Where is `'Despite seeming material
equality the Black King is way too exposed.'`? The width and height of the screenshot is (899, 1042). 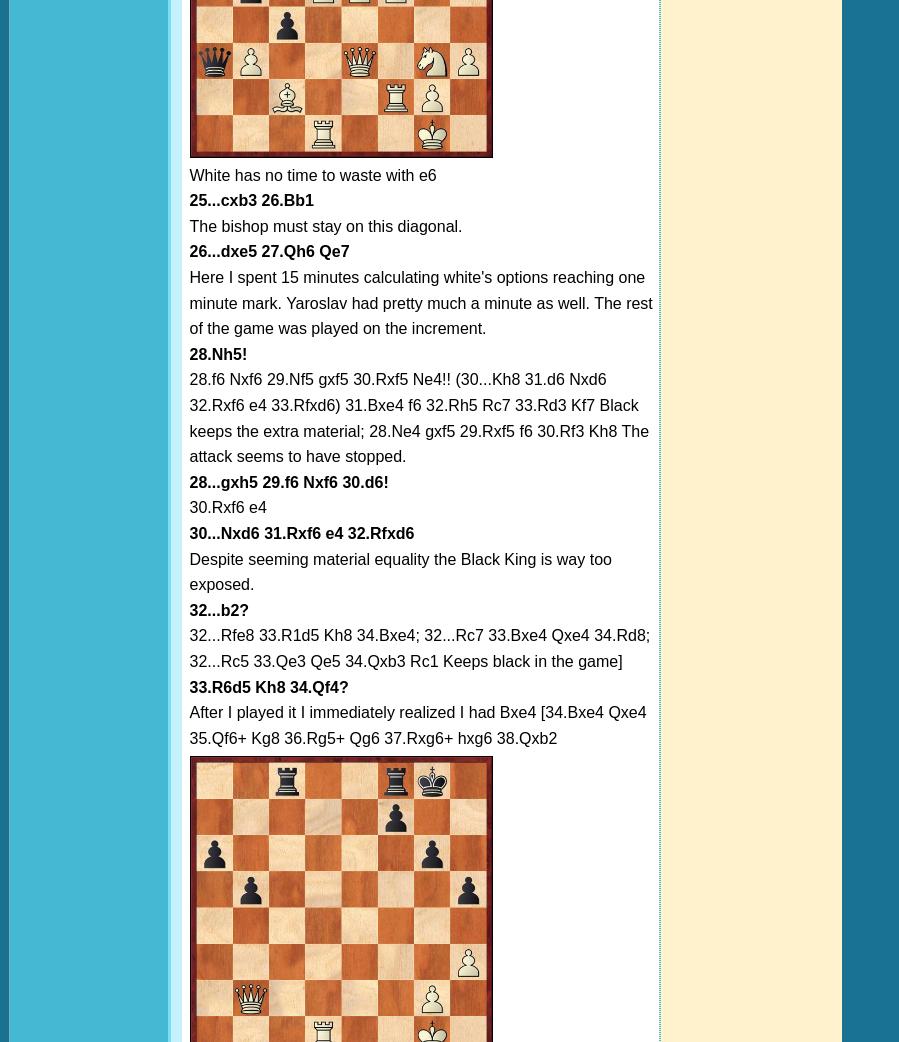 'Despite seeming material
equality the Black King is way too exposed.' is located at coordinates (398, 570).